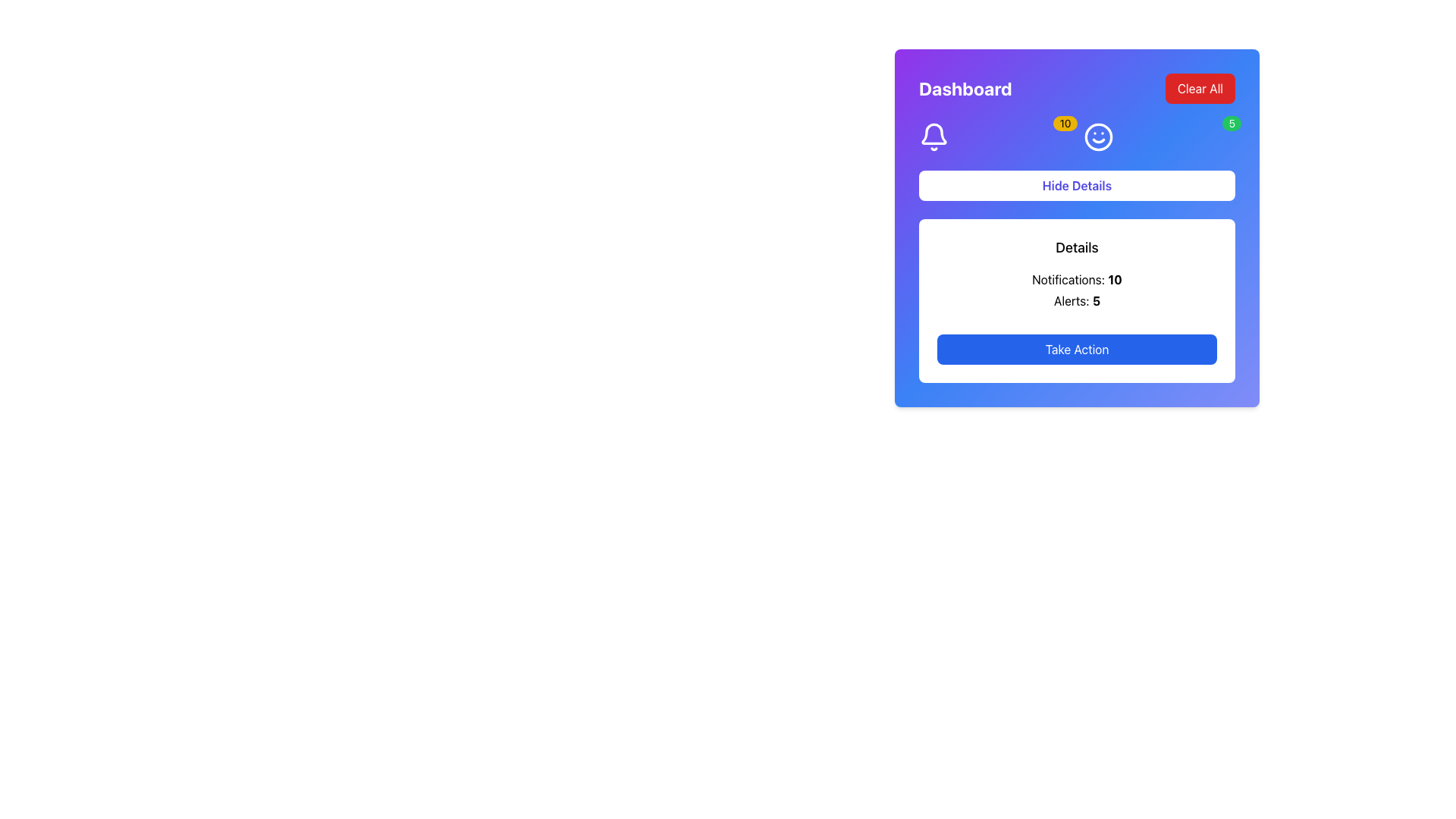 This screenshot has height=819, width=1456. Describe the element at coordinates (1076, 280) in the screenshot. I see `notification count displayed in the static text label 'Notifications: 10' located at the top of the 'Details' section on the dashboard panel` at that location.